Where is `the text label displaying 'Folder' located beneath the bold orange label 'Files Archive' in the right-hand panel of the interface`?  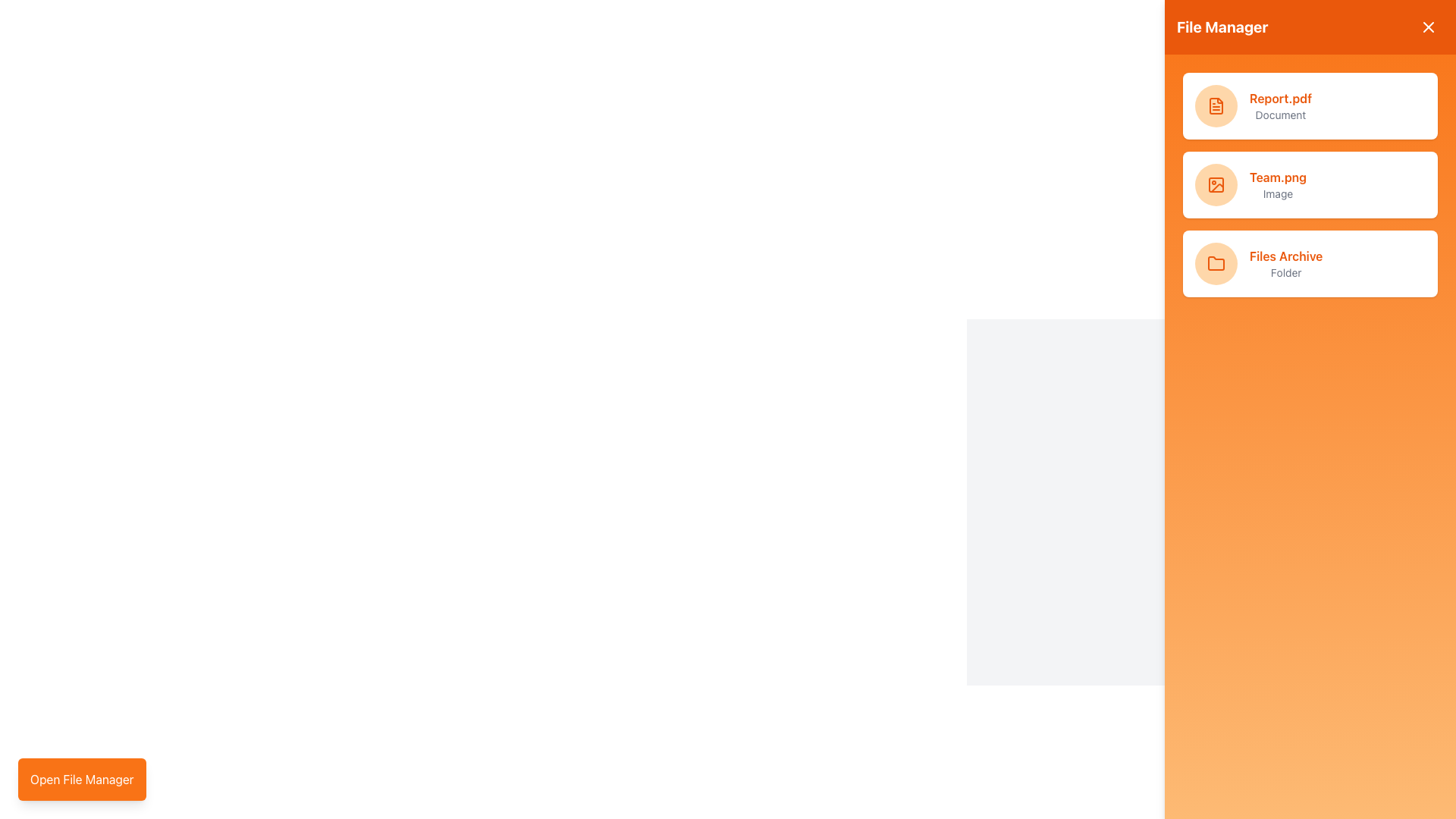 the text label displaying 'Folder' located beneath the bold orange label 'Files Archive' in the right-hand panel of the interface is located at coordinates (1285, 271).